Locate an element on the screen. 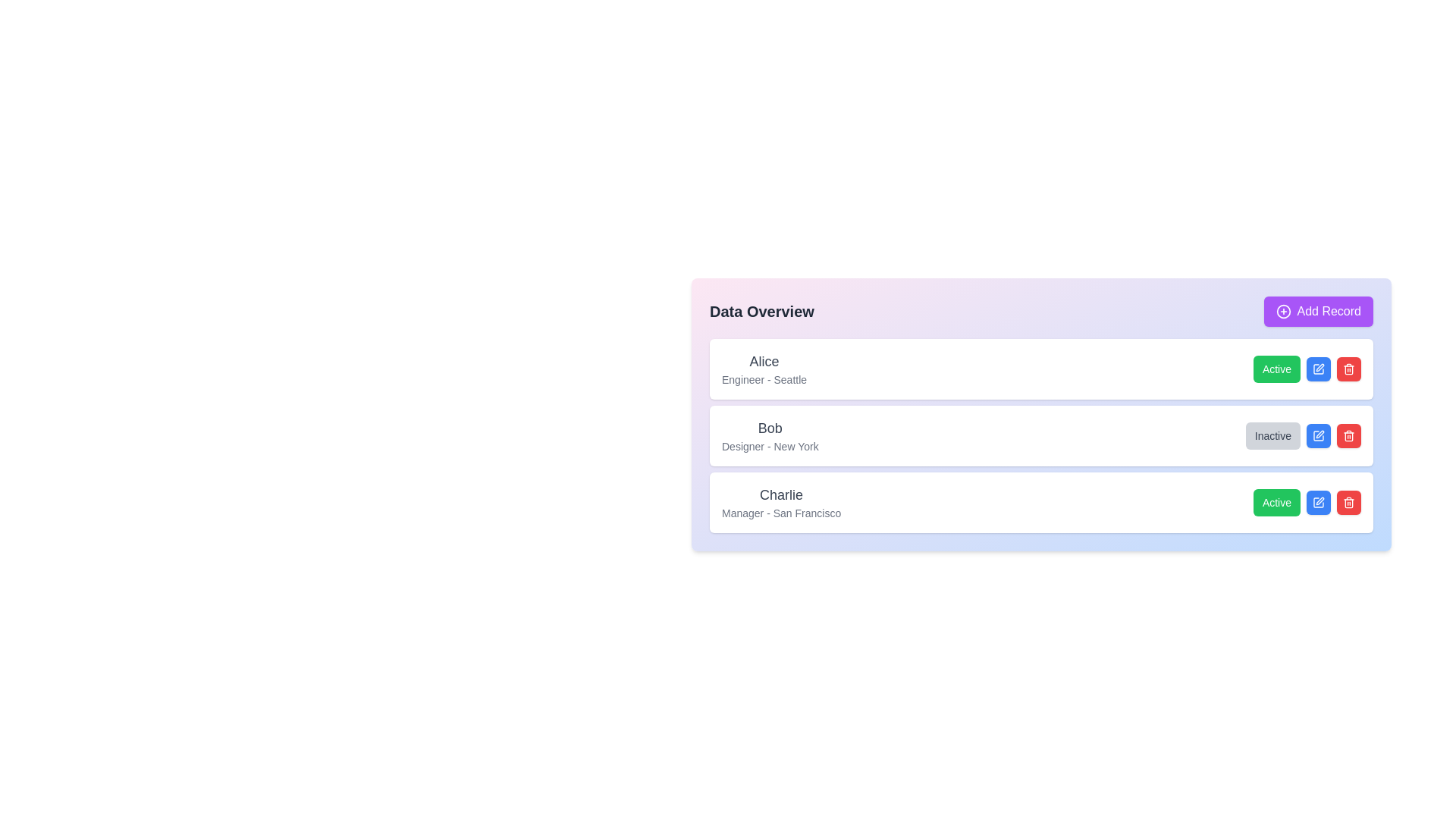  the second row of the 'Data Overview' list is located at coordinates (1040, 435).